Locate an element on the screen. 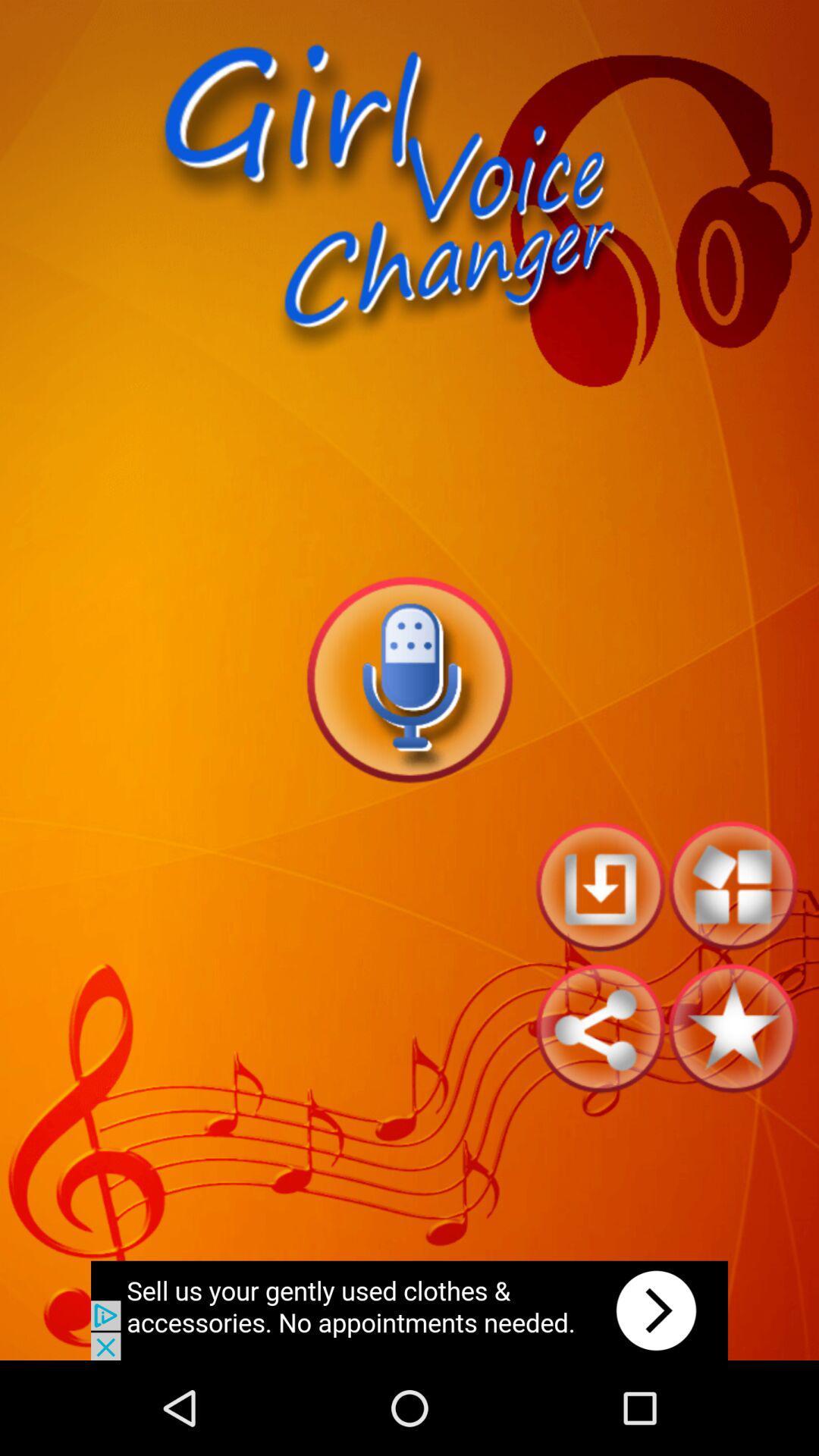 The width and height of the screenshot is (819, 1456). go back is located at coordinates (599, 886).